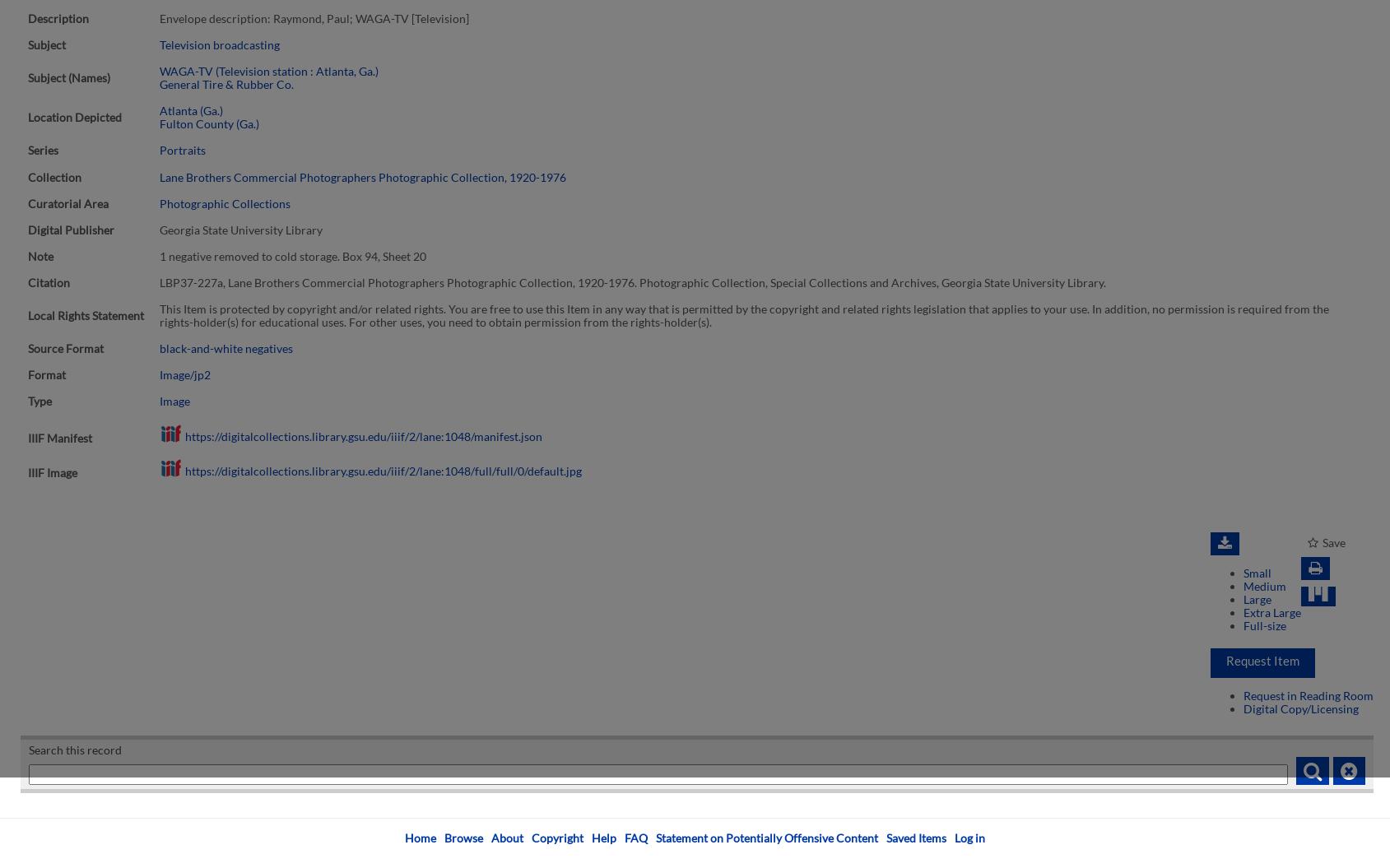  I want to click on 'Small', so click(1257, 571).